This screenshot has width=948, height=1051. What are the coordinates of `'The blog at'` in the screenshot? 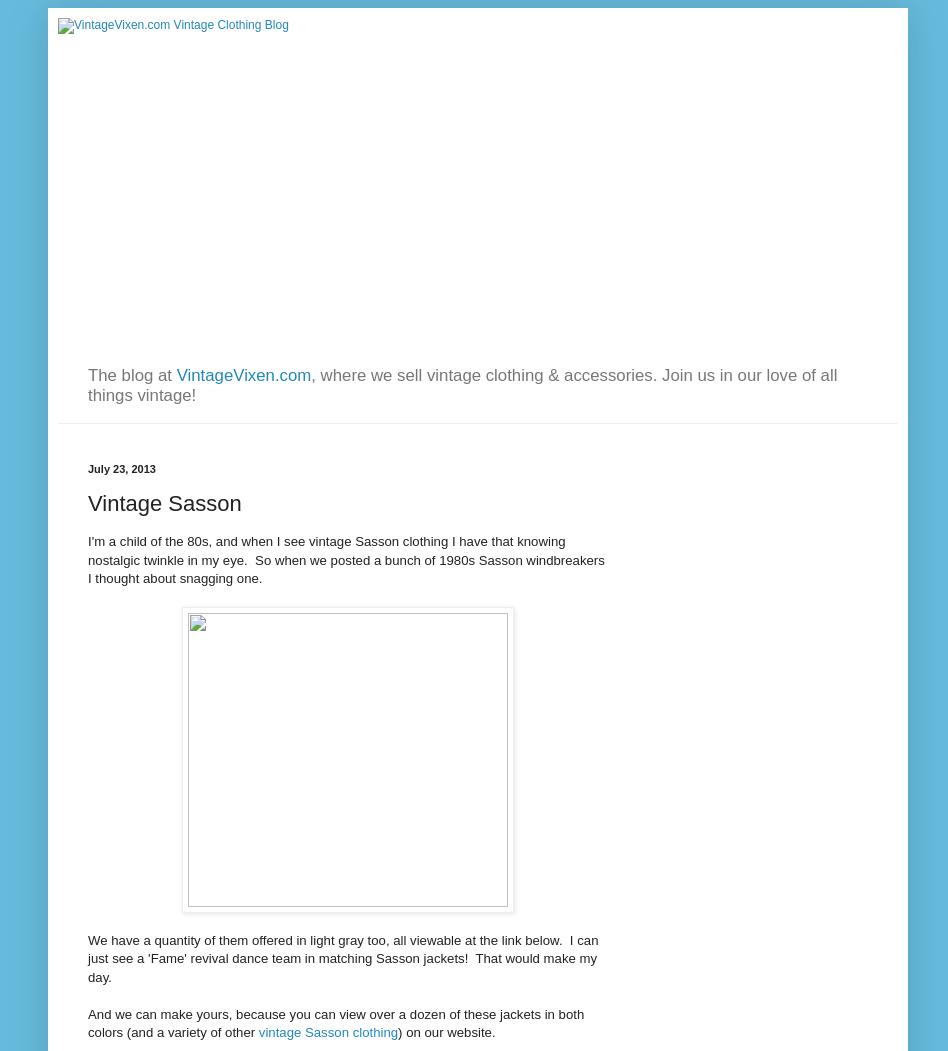 It's located at (130, 373).